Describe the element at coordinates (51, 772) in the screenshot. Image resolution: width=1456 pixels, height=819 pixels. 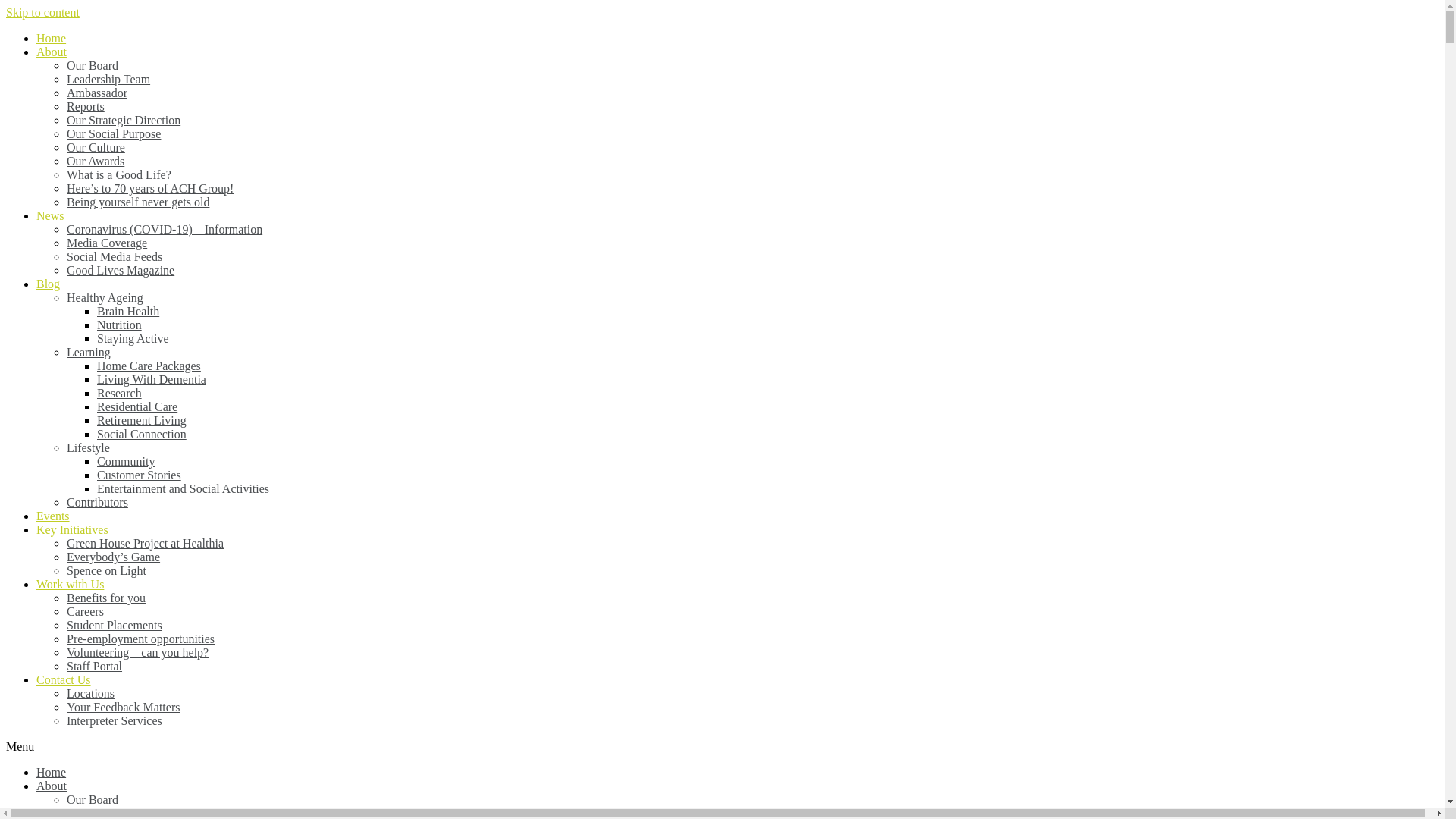
I see `'Home'` at that location.